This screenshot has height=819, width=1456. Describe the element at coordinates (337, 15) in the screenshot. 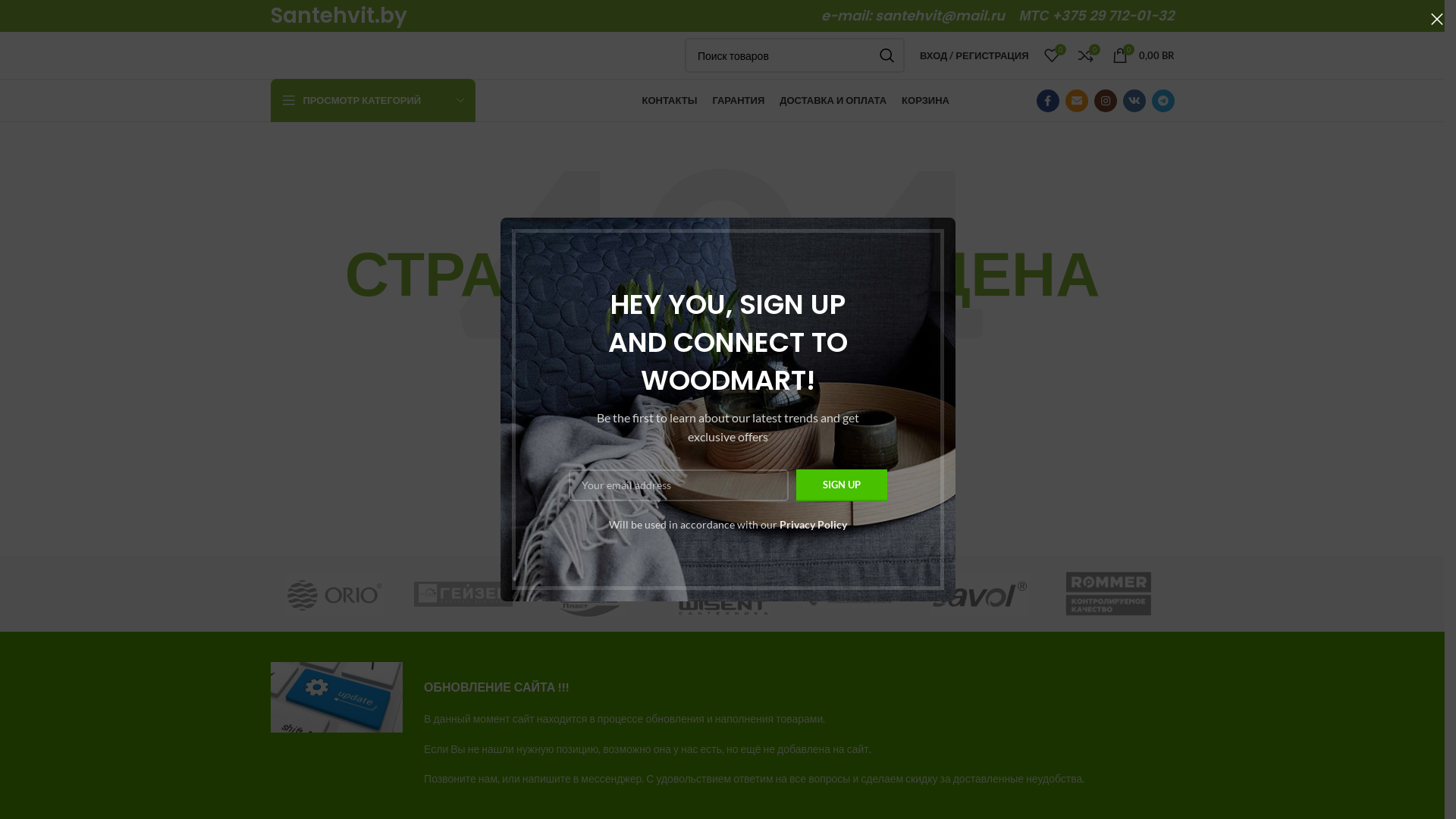

I see `'Santehvit.by'` at that location.